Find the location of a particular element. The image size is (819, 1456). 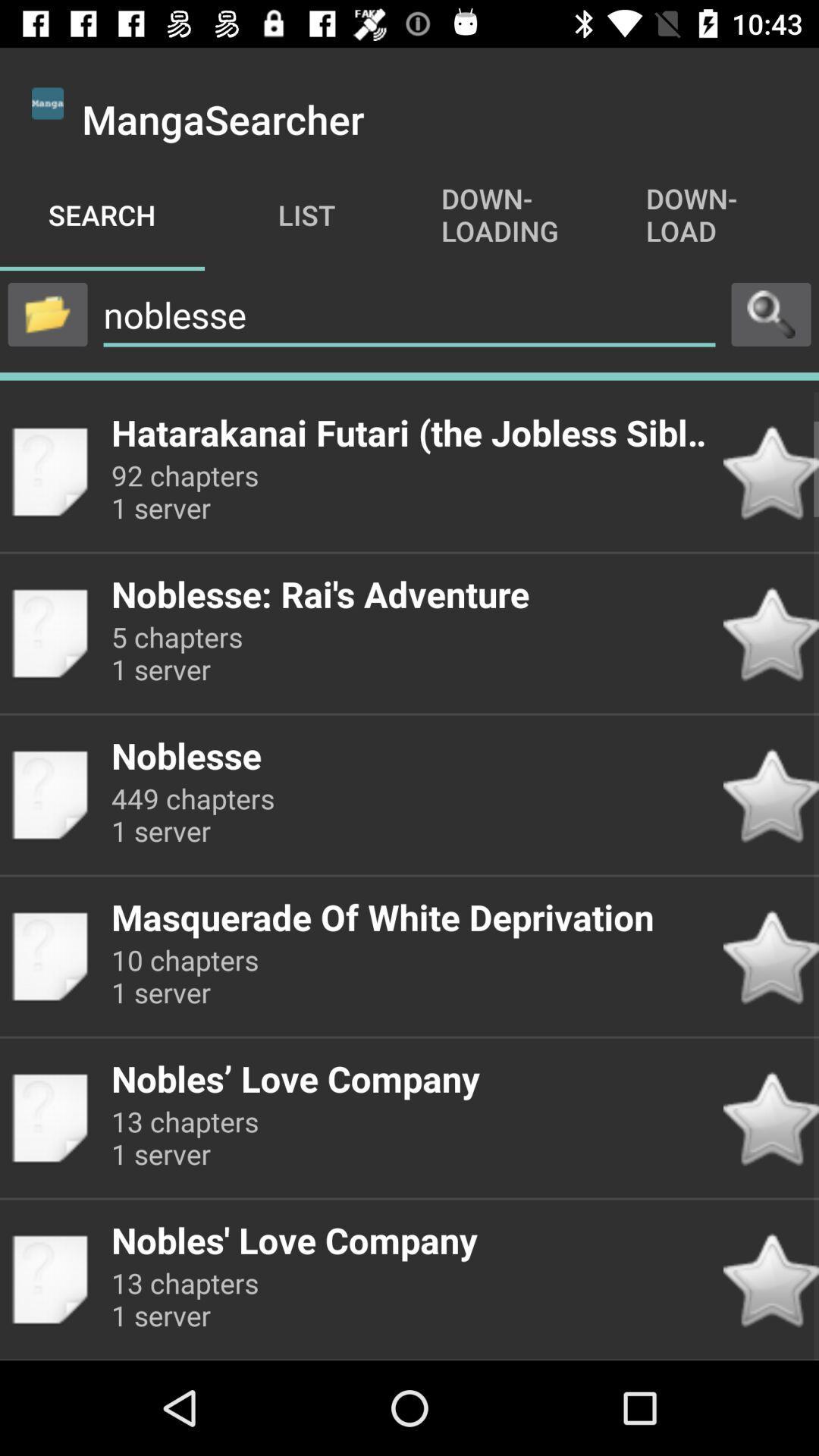

execute search is located at coordinates (771, 313).